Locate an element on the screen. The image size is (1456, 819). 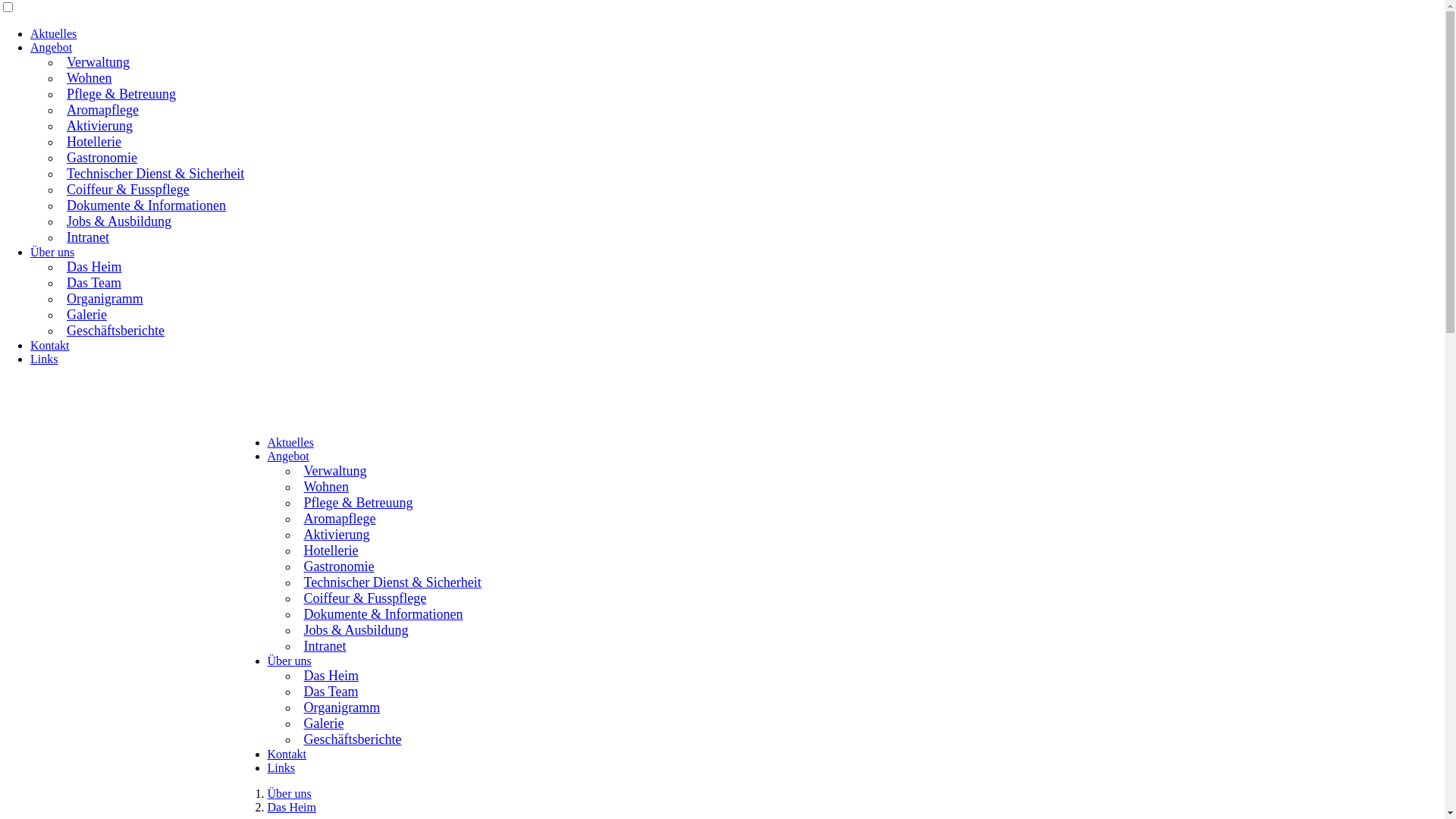
'Jobs & Ausbildung' is located at coordinates (353, 629).